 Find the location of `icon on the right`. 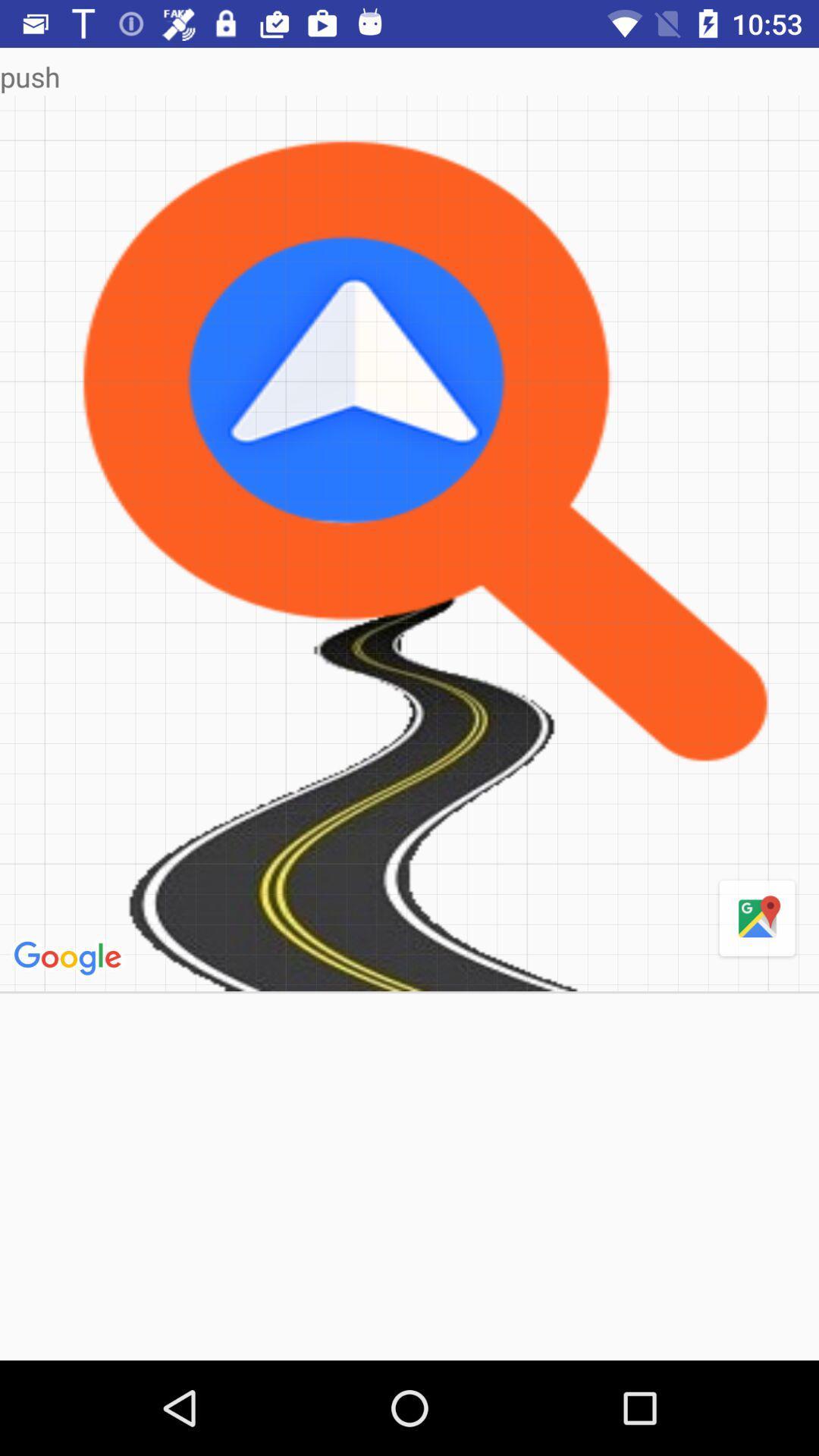

icon on the right is located at coordinates (757, 918).